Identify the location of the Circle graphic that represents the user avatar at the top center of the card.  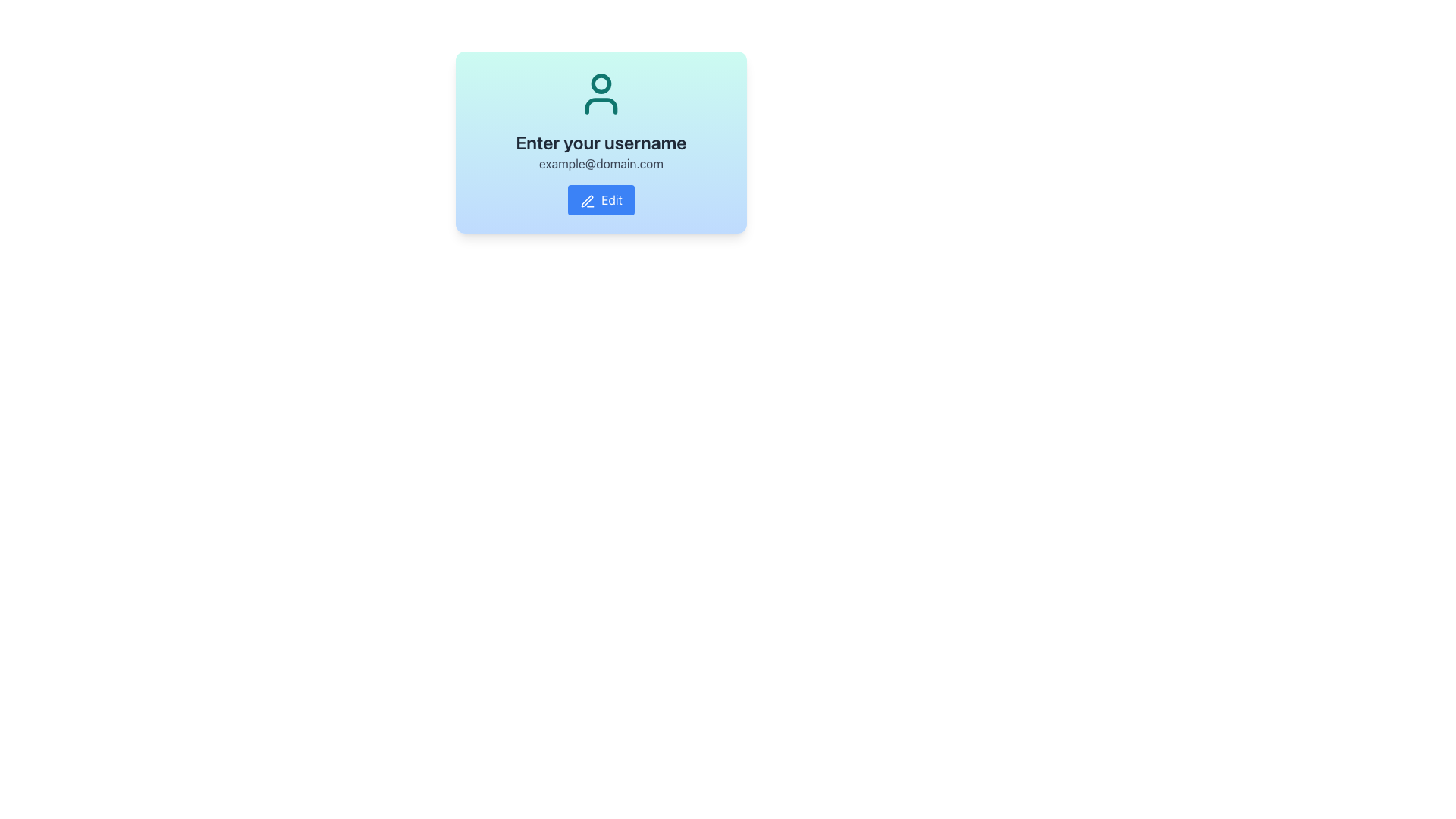
(600, 83).